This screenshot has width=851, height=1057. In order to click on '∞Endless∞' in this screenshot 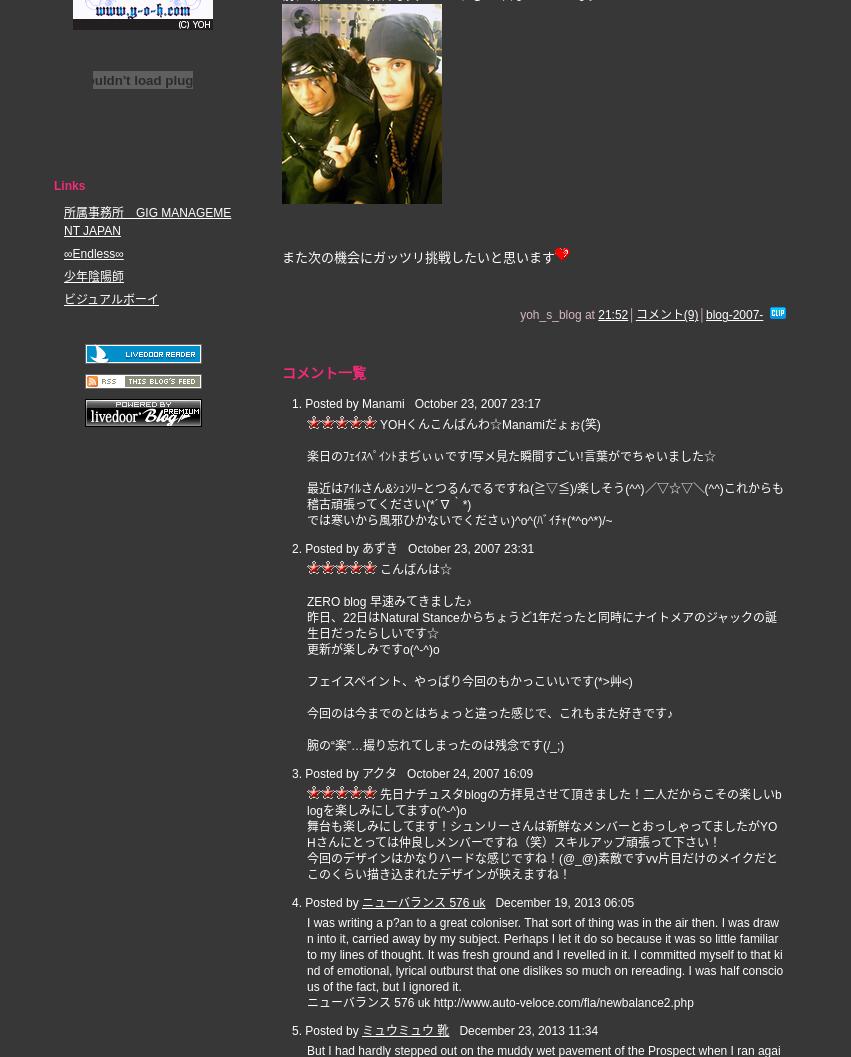, I will do `click(92, 252)`.